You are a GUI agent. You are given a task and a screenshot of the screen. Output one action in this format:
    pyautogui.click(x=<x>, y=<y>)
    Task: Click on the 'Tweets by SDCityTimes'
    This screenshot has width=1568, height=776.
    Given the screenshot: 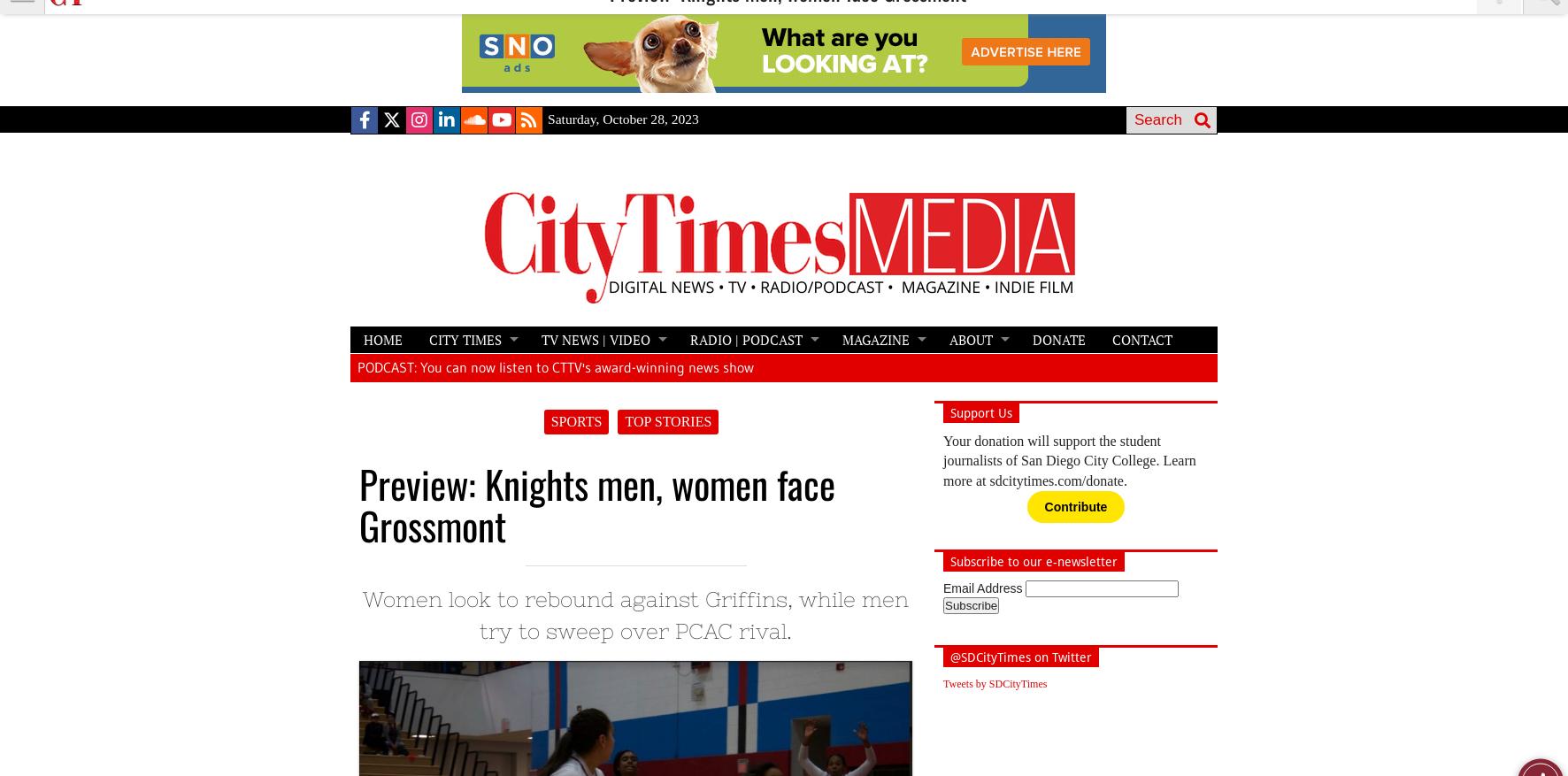 What is the action you would take?
    pyautogui.click(x=994, y=683)
    